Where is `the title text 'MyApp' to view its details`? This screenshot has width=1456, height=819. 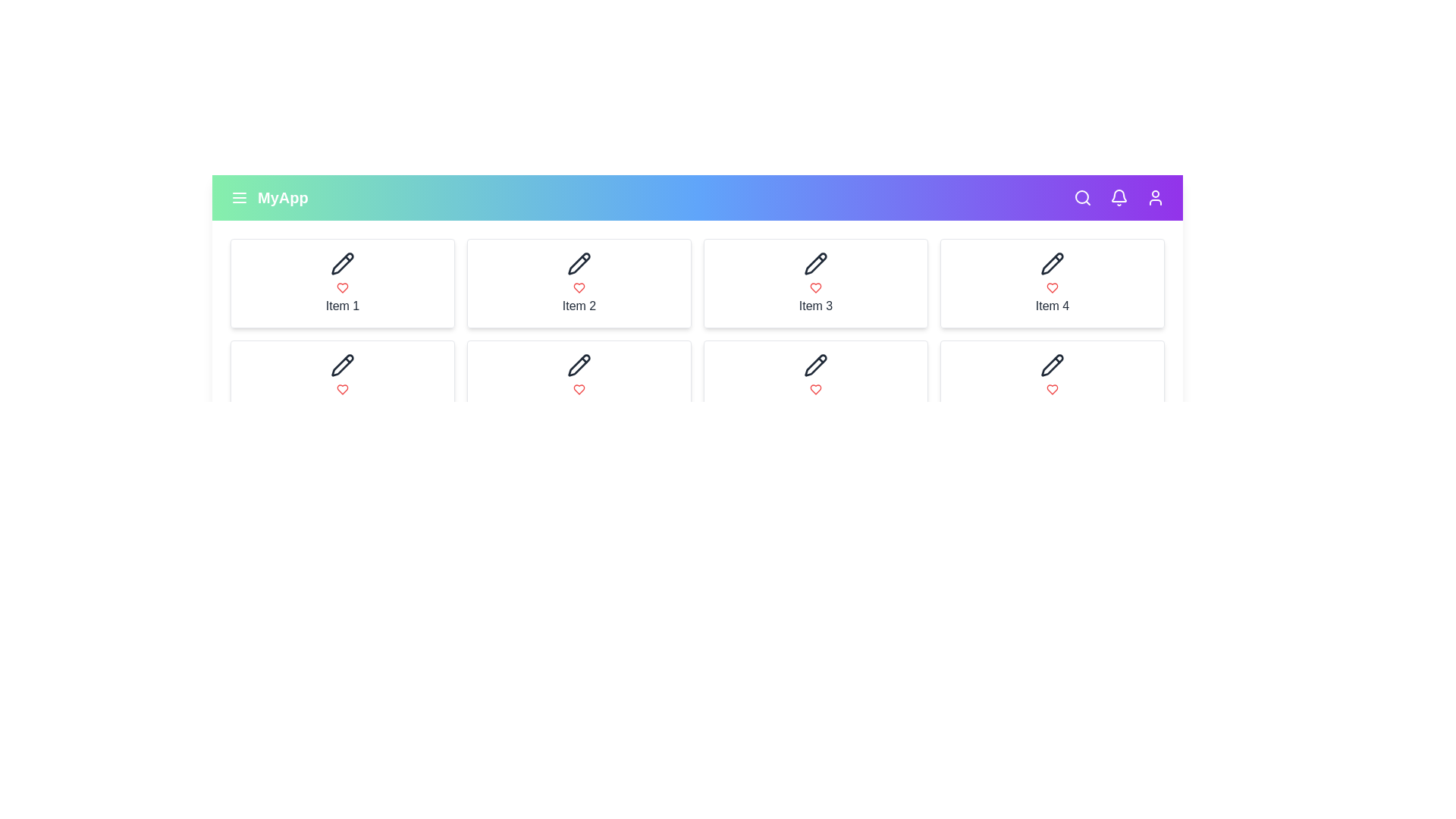 the title text 'MyApp' to view its details is located at coordinates (283, 197).